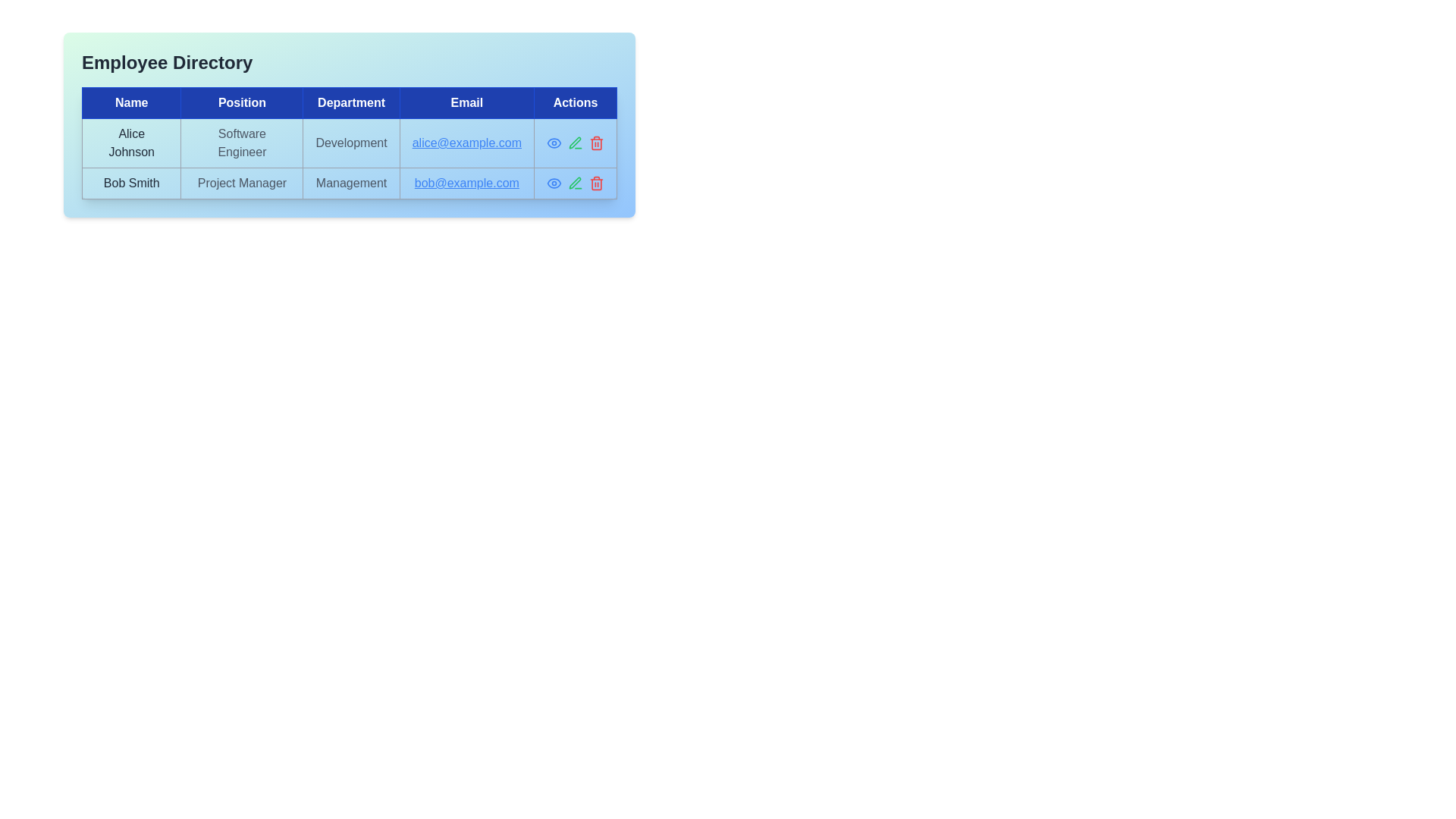  What do you see at coordinates (553, 143) in the screenshot?
I see `the vibrant blue circular 'eye' icon in the 'Actions' column of the second row` at bounding box center [553, 143].